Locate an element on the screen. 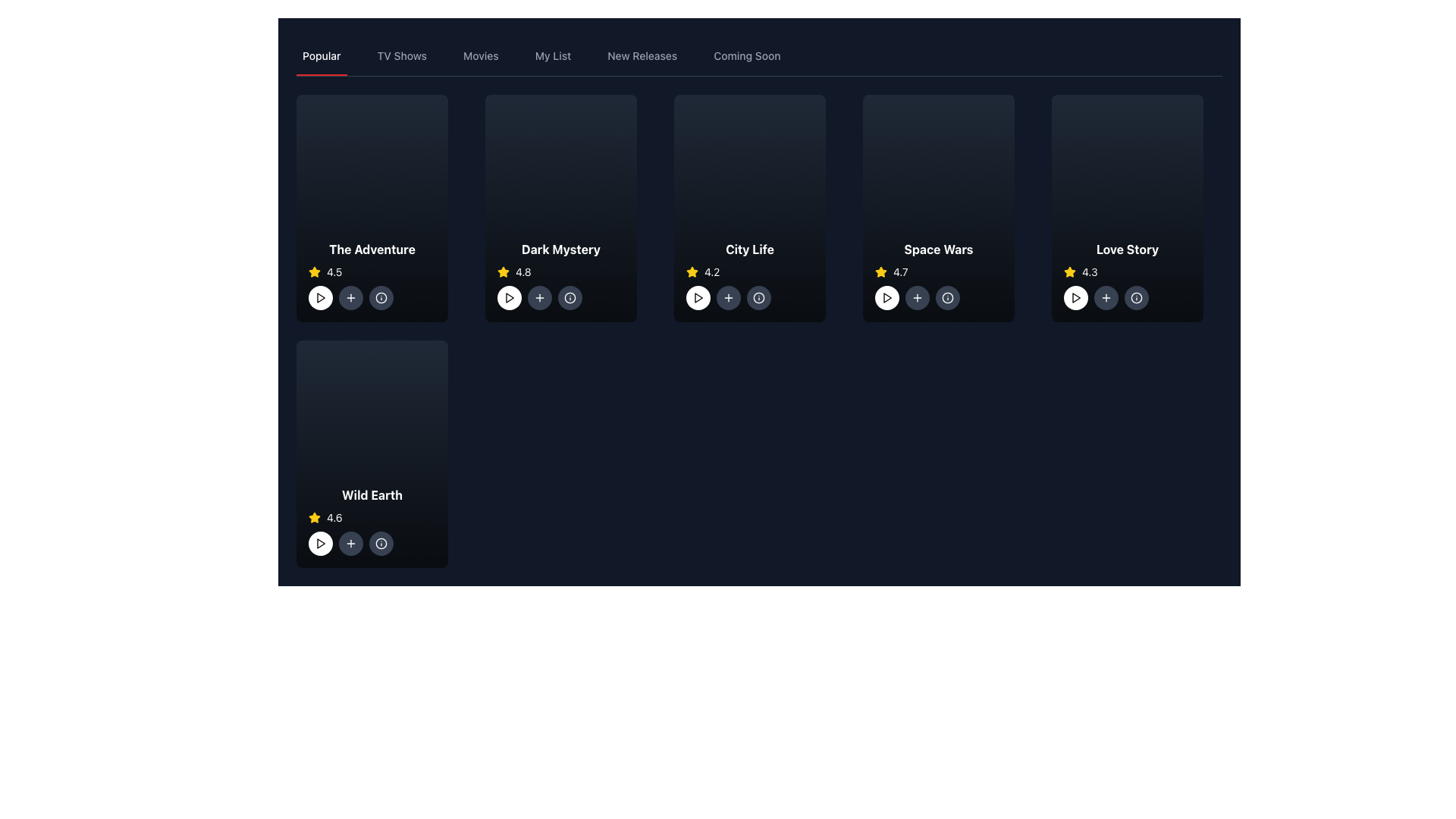 The image size is (1456, 819). the 'Information' button located is located at coordinates (560, 298).